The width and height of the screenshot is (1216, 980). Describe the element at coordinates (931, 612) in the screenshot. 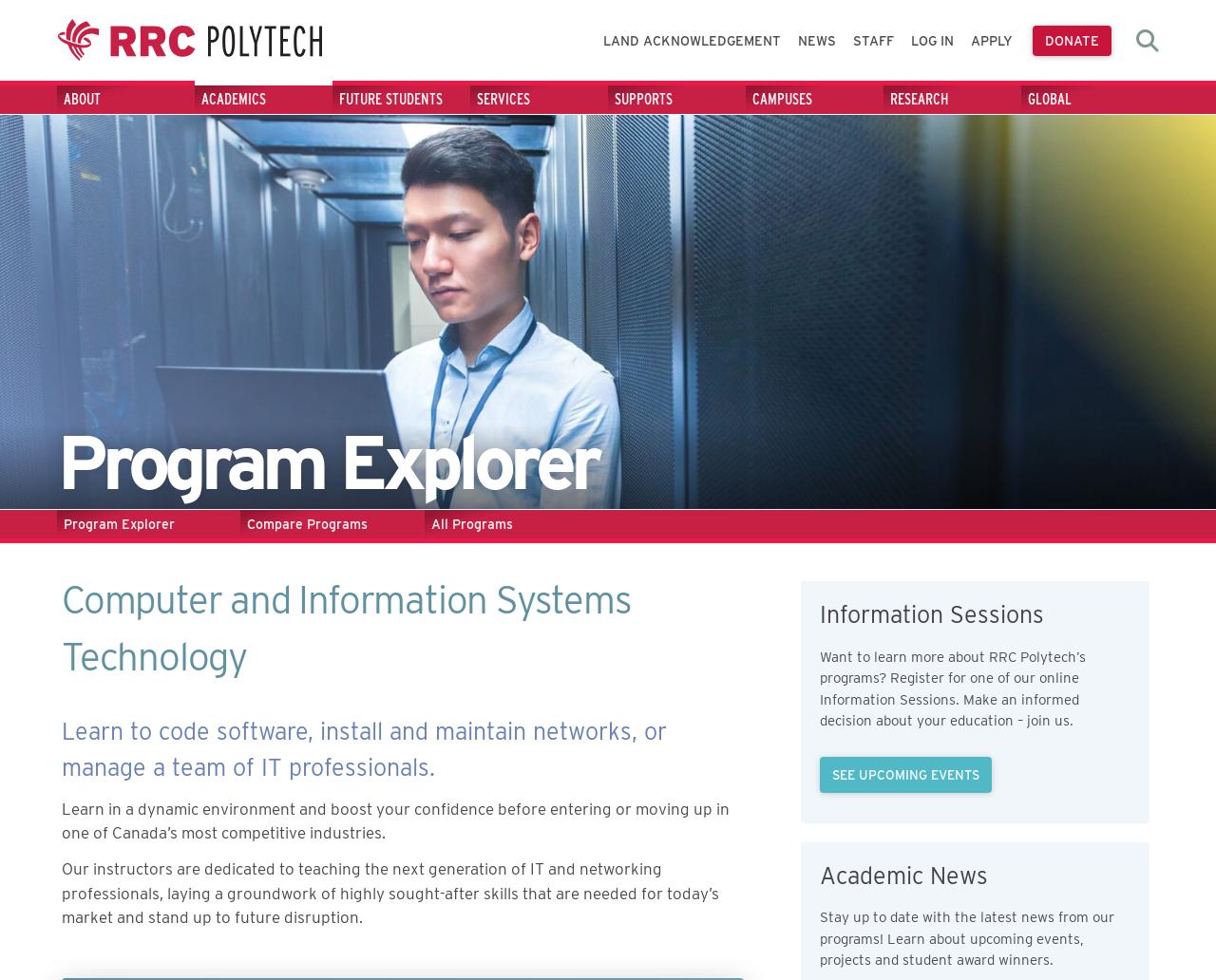

I see `'Information Sessions'` at that location.